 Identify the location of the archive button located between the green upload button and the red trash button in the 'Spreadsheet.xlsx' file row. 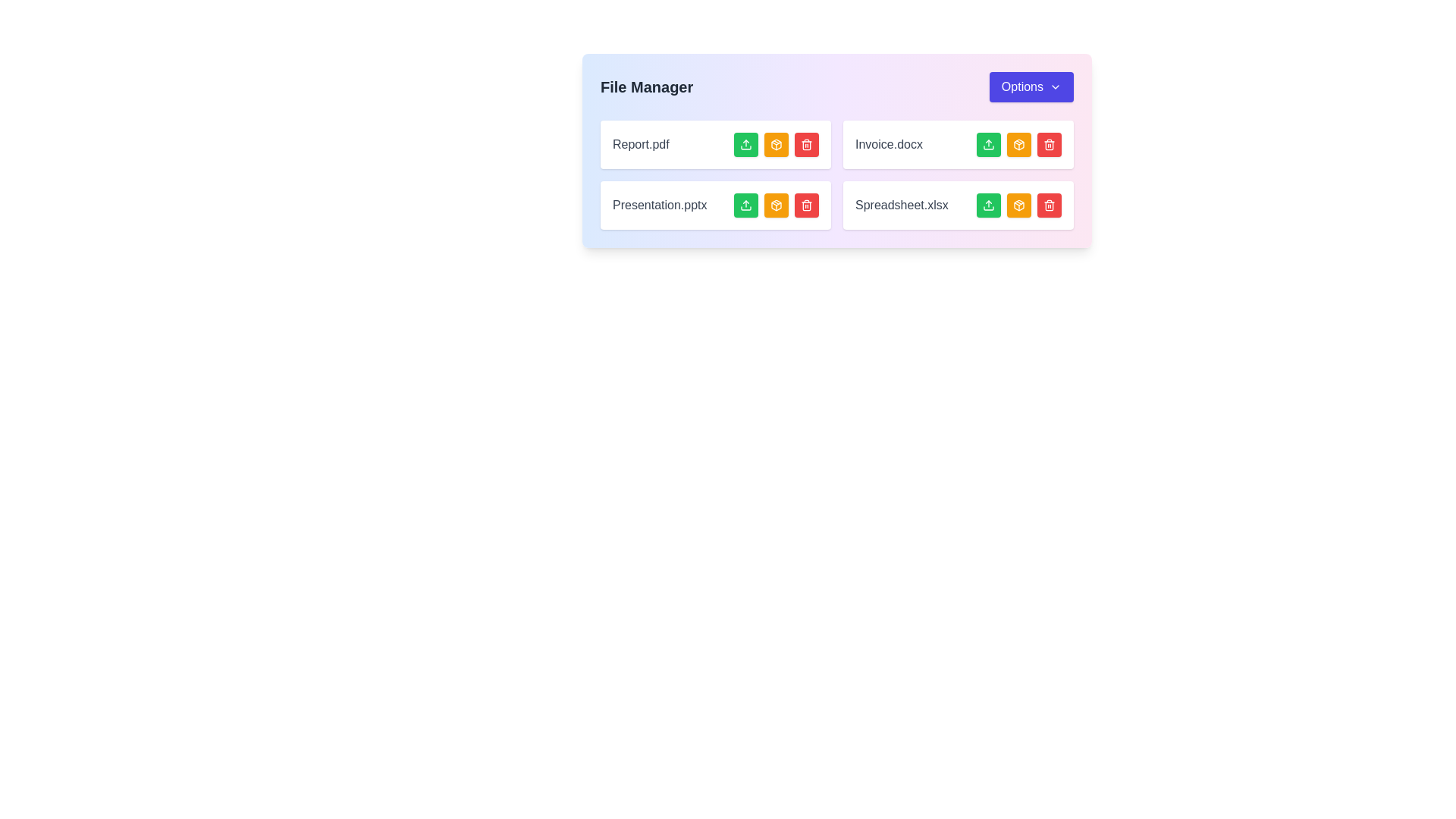
(1019, 205).